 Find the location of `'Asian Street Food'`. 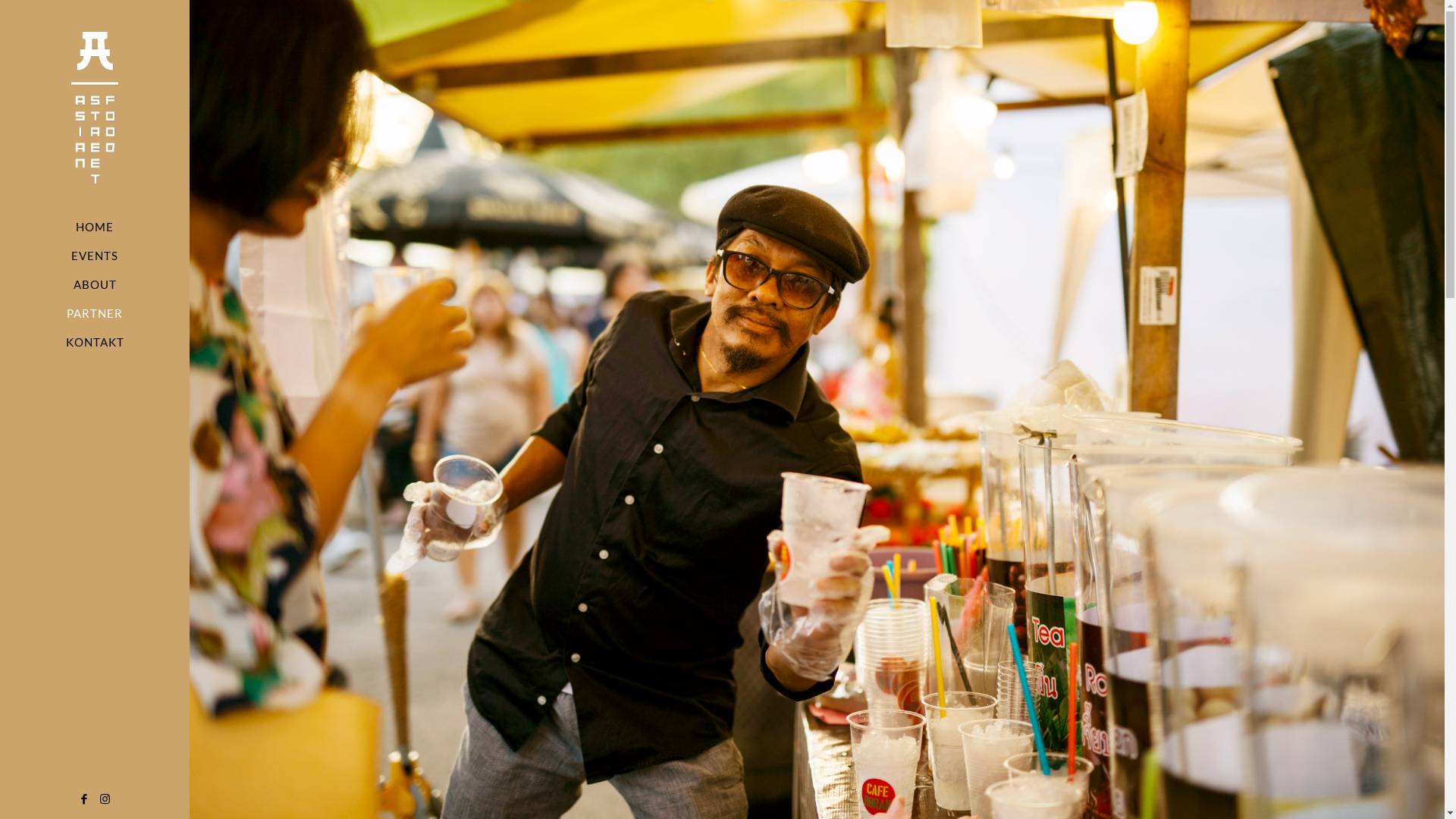

'Asian Street Food' is located at coordinates (0, 105).